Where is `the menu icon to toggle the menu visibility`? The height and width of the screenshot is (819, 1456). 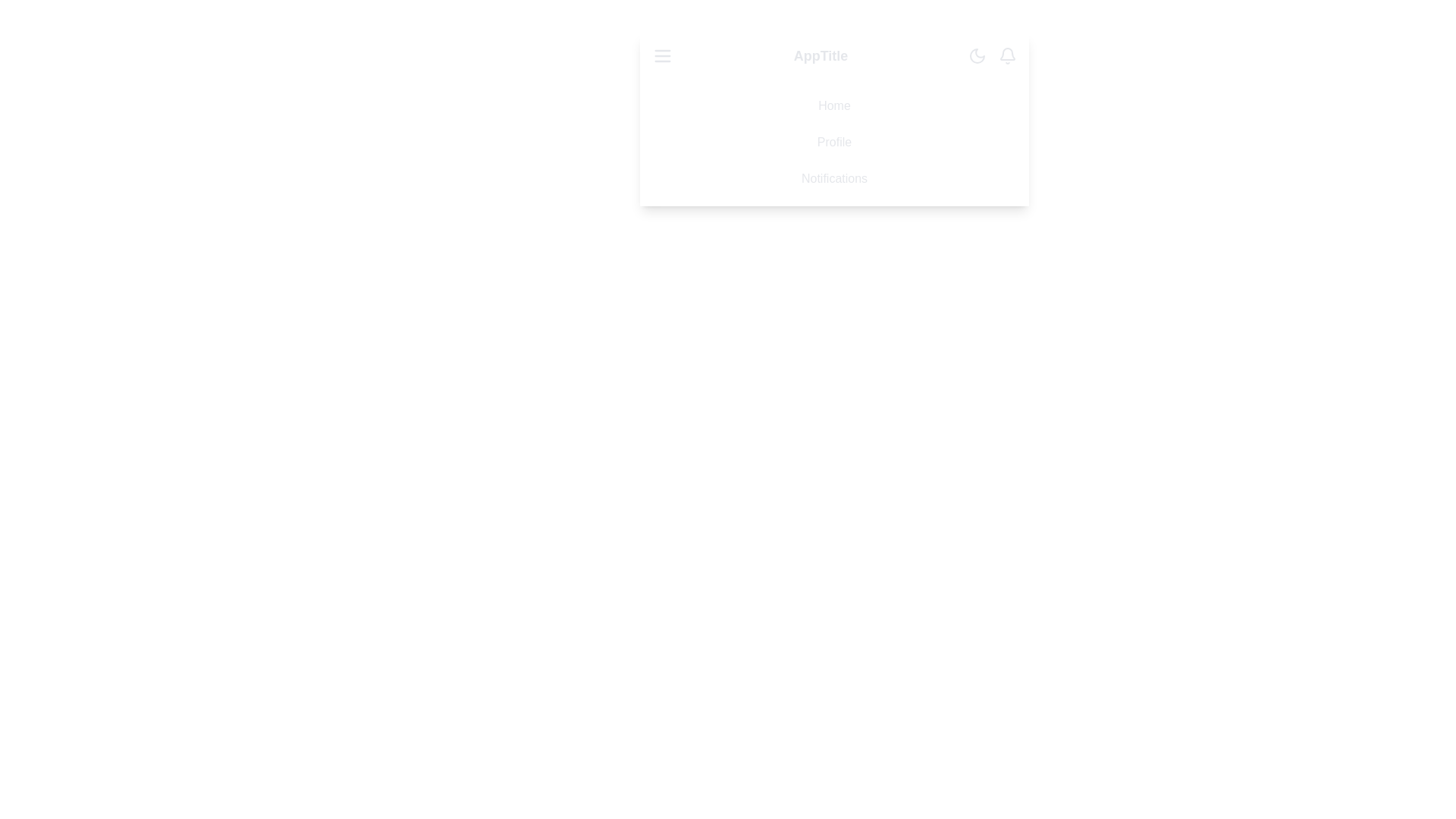
the menu icon to toggle the menu visibility is located at coordinates (662, 55).